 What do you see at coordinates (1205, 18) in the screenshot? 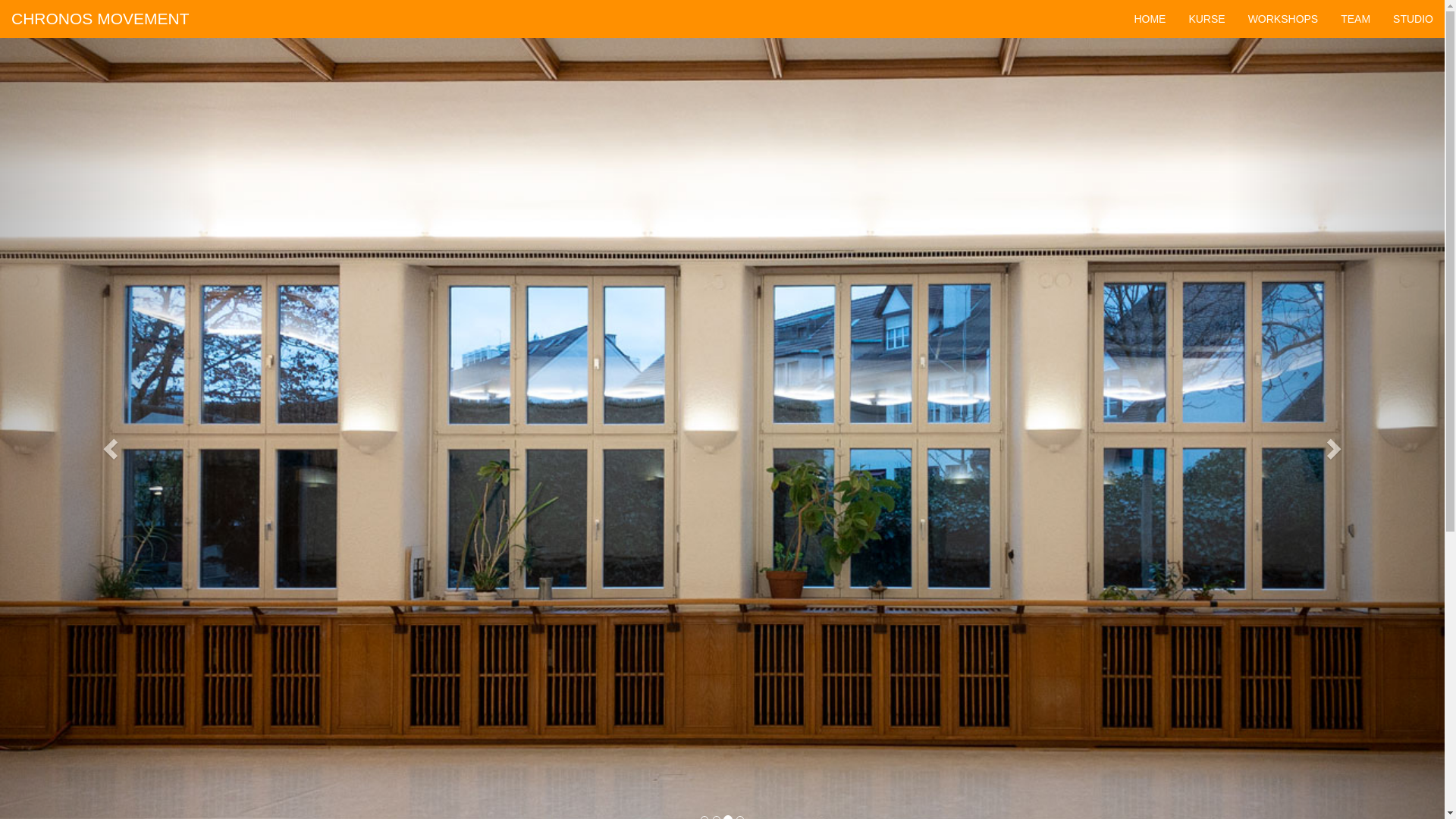
I see `'KURSE'` at bounding box center [1205, 18].